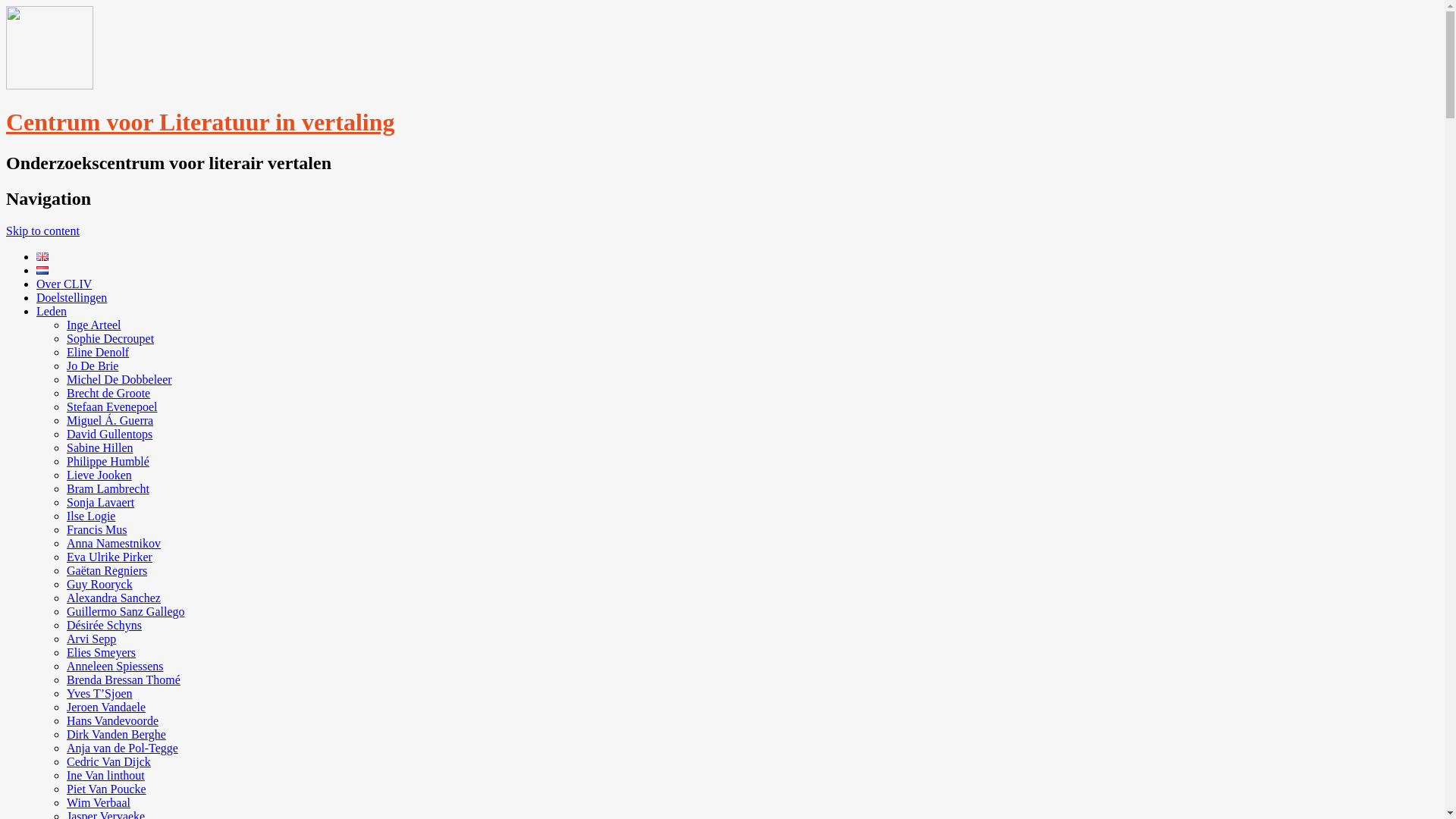 This screenshot has height=819, width=1456. What do you see at coordinates (42, 256) in the screenshot?
I see `'English'` at bounding box center [42, 256].